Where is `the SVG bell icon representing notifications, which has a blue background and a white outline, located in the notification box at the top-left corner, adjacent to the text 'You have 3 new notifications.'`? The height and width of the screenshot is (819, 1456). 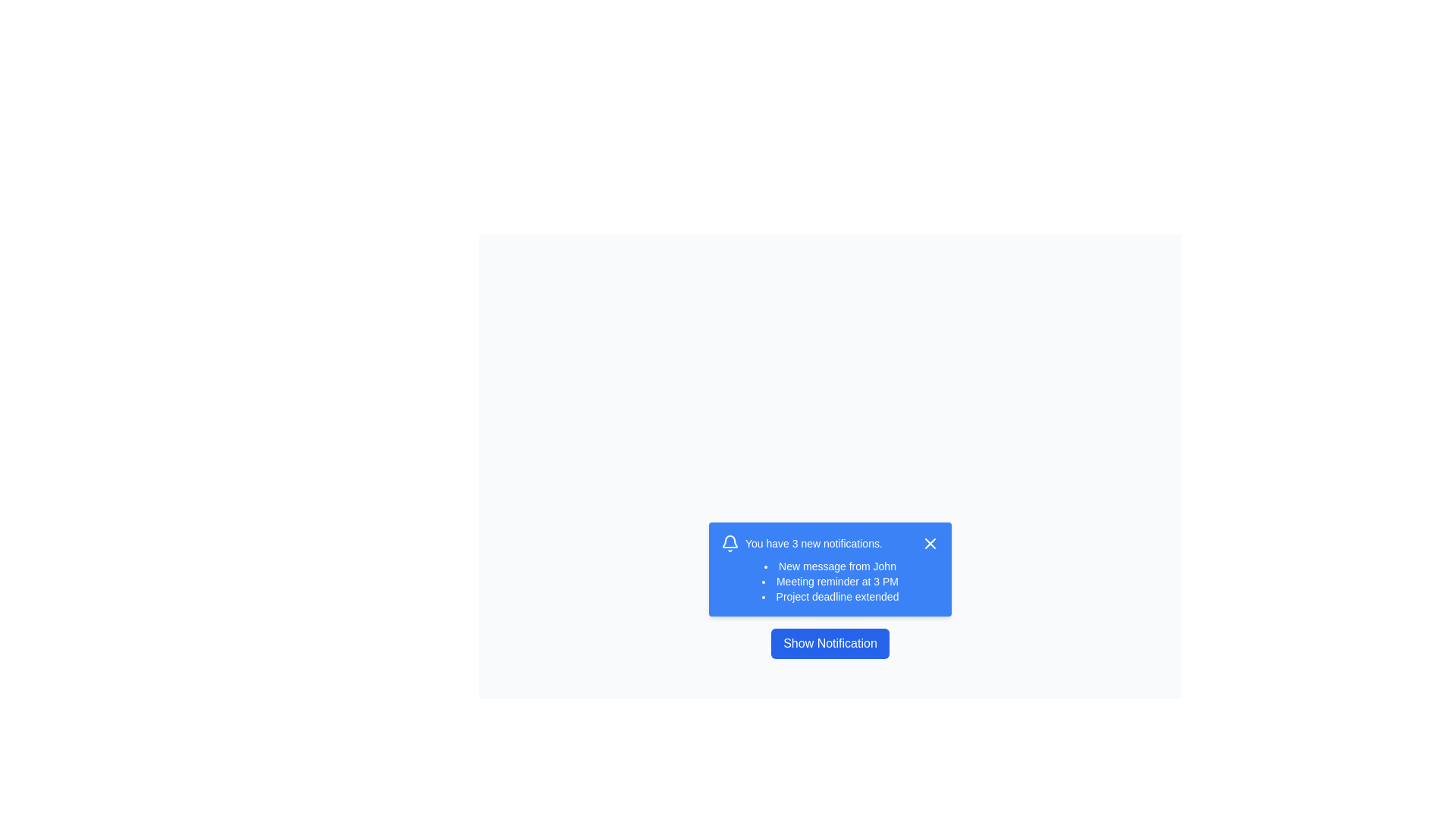 the SVG bell icon representing notifications, which has a blue background and a white outline, located in the notification box at the top-left corner, adjacent to the text 'You have 3 new notifications.' is located at coordinates (730, 543).